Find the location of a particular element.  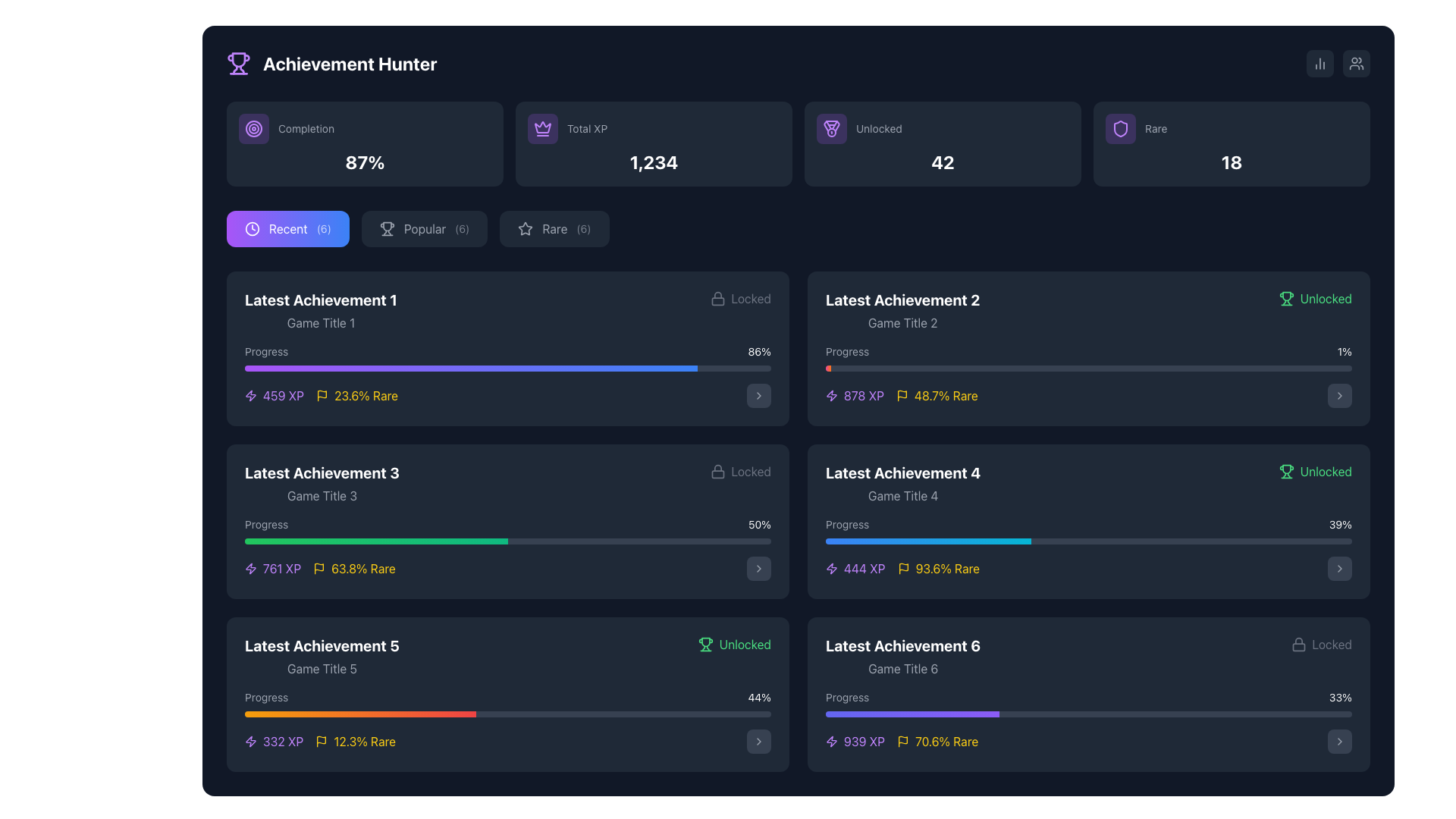

the text-label element that describes the latest achievement titled 'Latest Achievement 4' and its associated game 'Game Title 4' is located at coordinates (903, 483).